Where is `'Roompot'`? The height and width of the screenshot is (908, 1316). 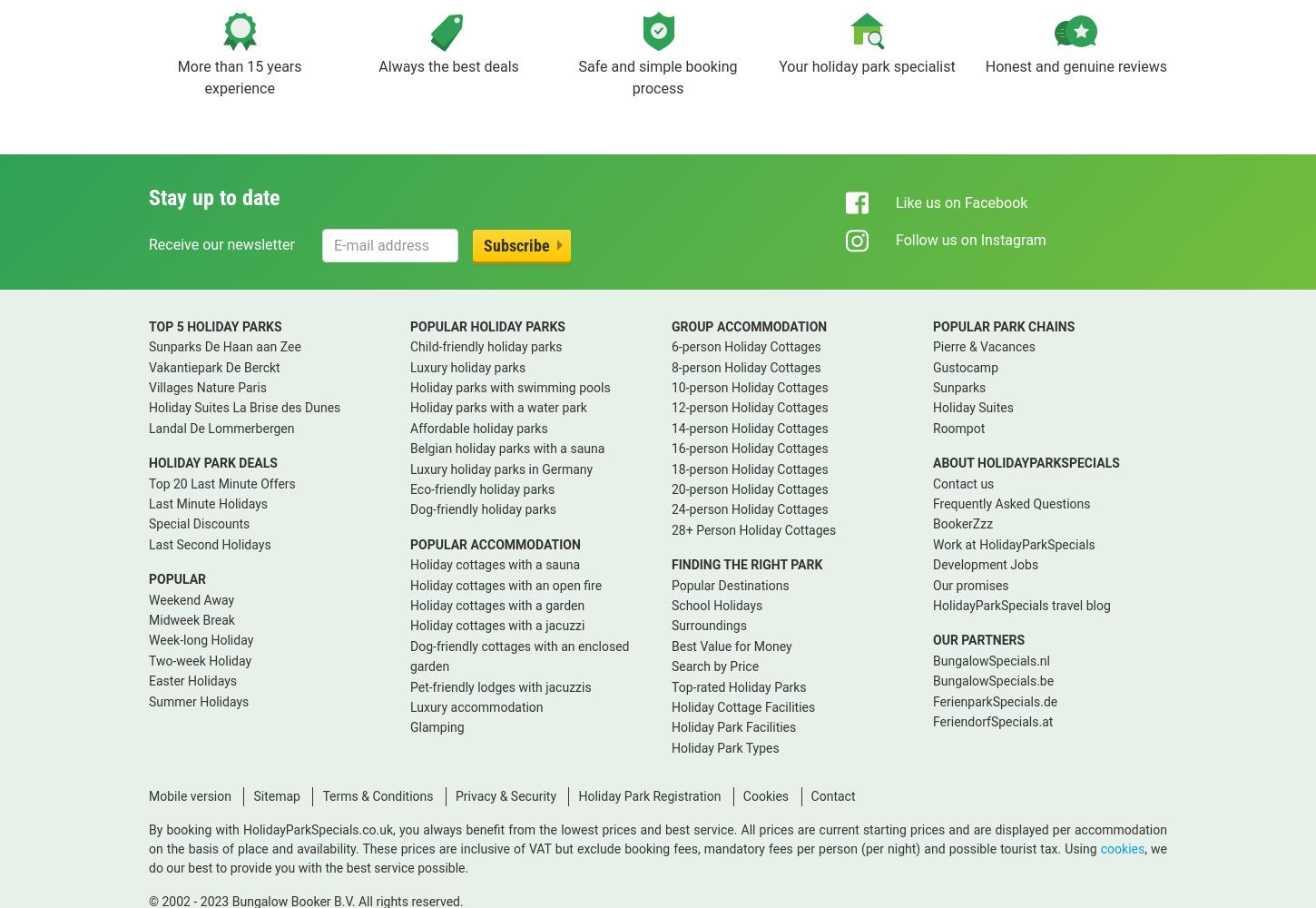 'Roompot' is located at coordinates (958, 427).